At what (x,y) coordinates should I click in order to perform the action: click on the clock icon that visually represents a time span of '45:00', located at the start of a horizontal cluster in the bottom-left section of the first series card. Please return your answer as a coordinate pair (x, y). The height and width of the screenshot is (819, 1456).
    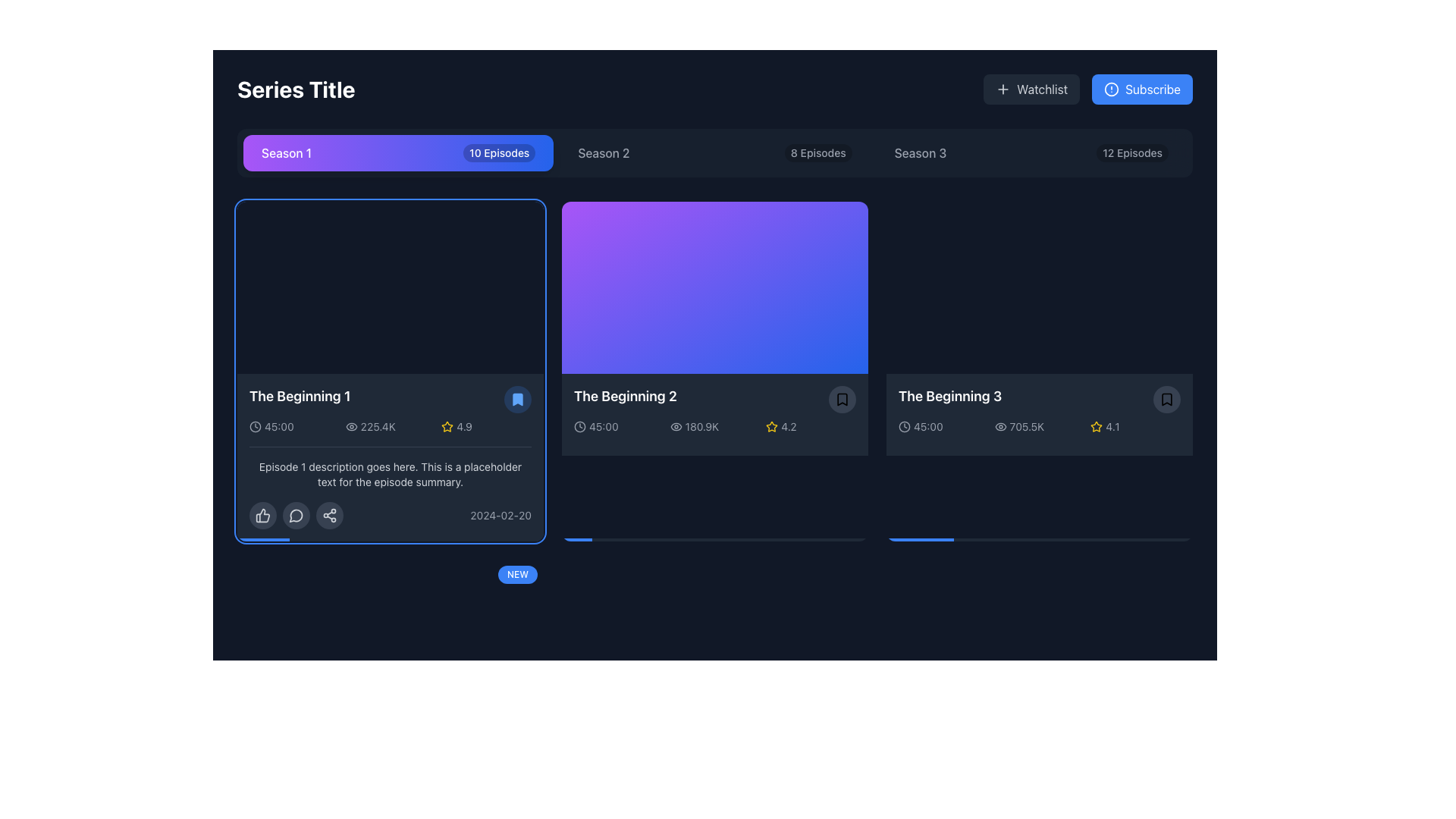
    Looking at the image, I should click on (255, 427).